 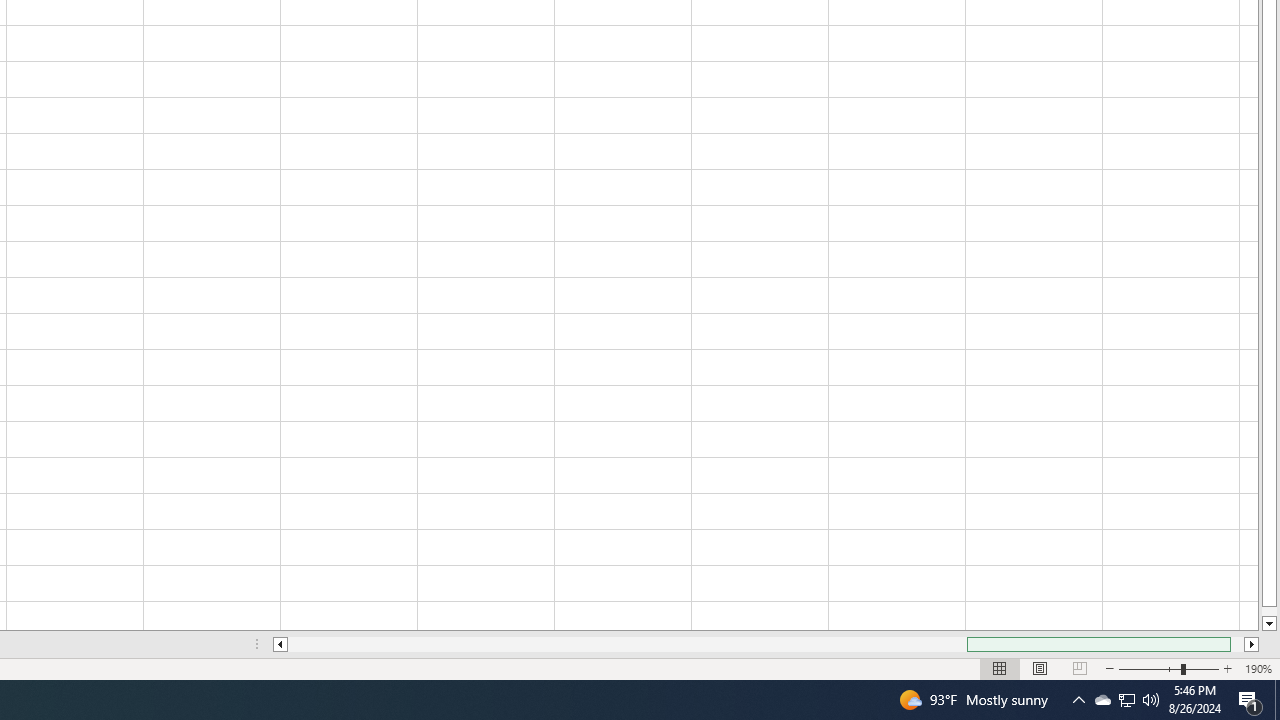 I want to click on 'Line down', so click(x=1268, y=623).